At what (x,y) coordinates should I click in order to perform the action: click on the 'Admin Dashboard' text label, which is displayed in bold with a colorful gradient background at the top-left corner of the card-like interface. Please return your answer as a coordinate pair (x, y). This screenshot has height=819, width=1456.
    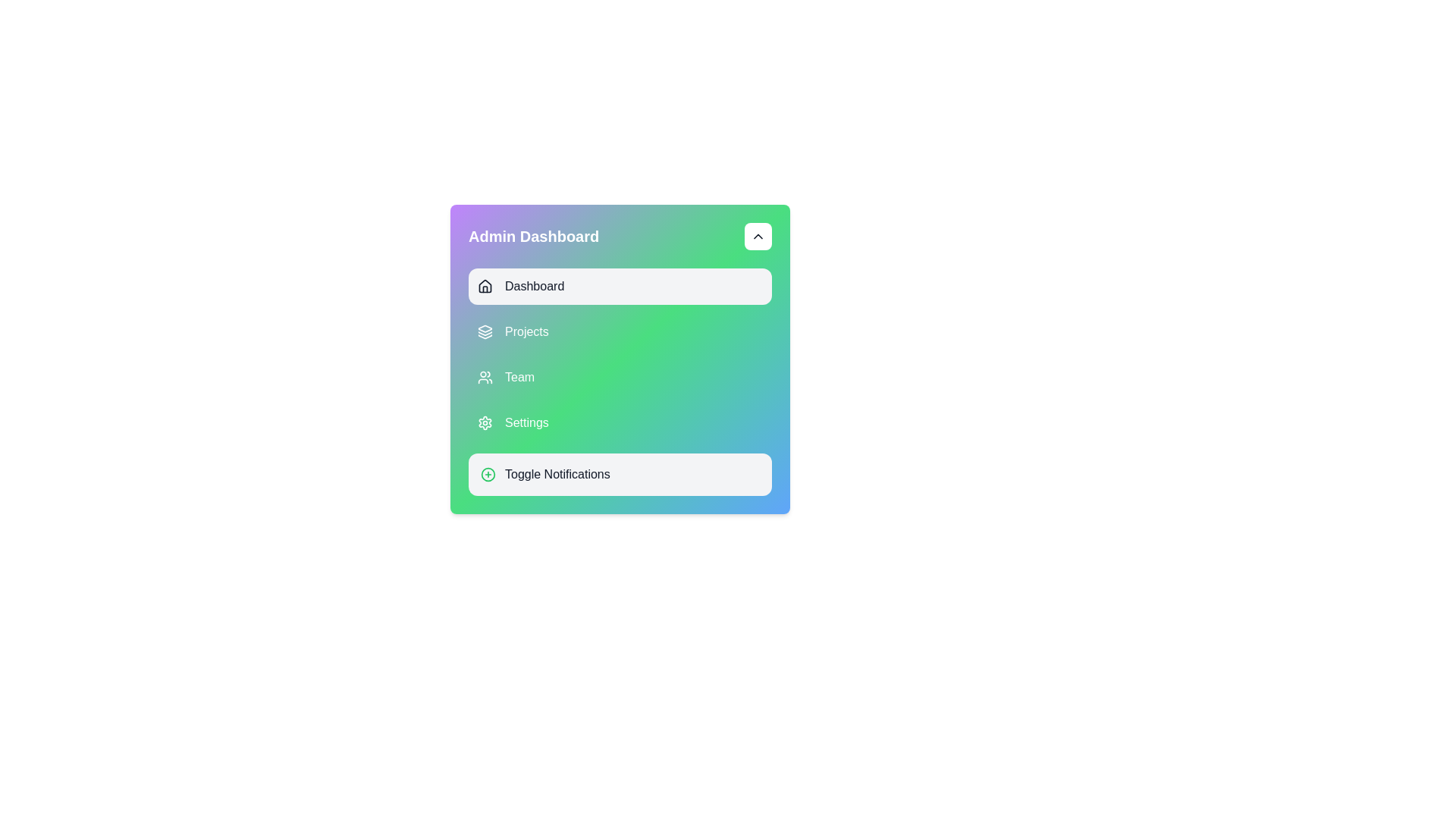
    Looking at the image, I should click on (534, 237).